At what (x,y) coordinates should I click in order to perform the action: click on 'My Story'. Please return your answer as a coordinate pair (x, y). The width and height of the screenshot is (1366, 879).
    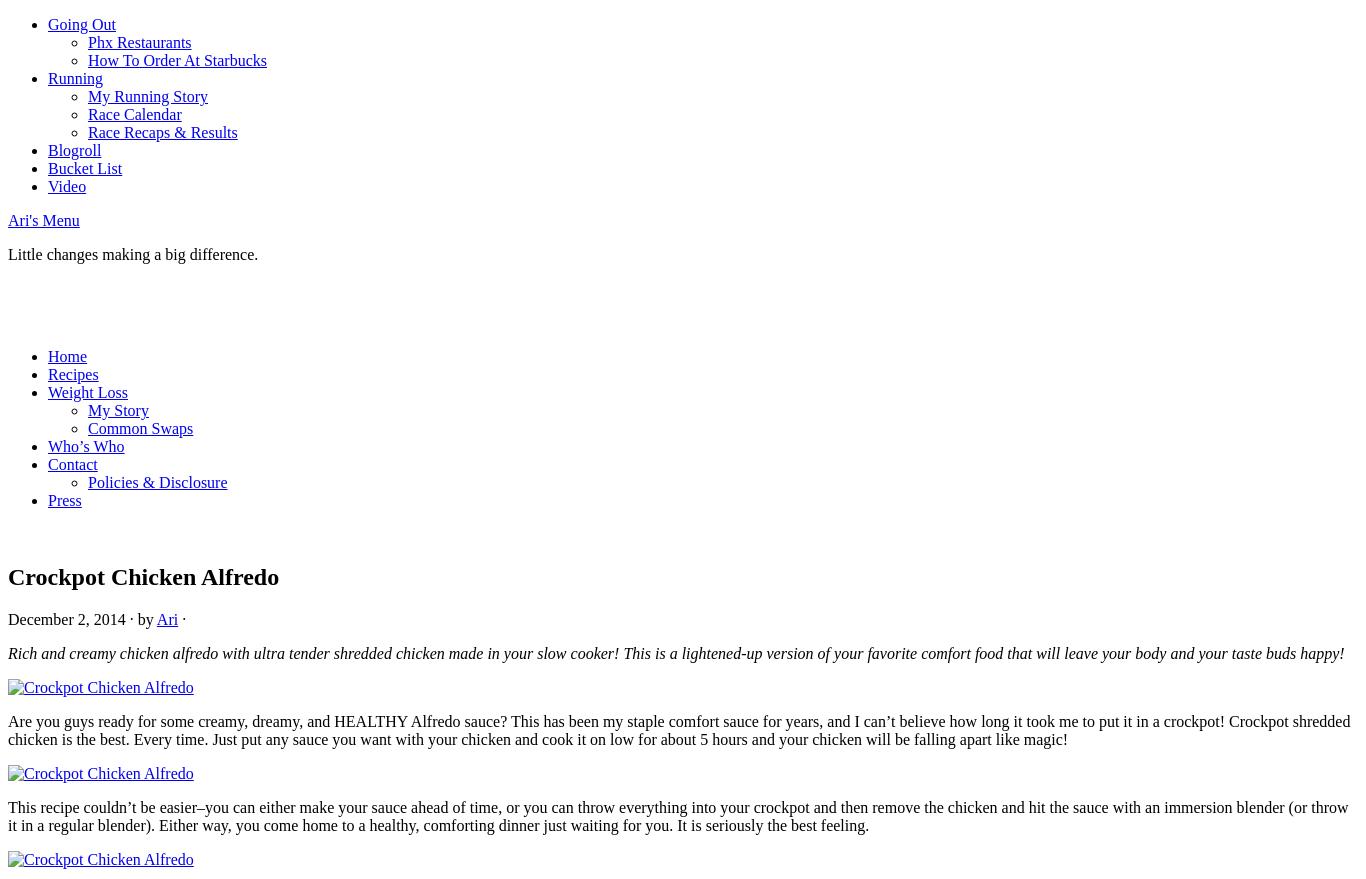
    Looking at the image, I should click on (117, 409).